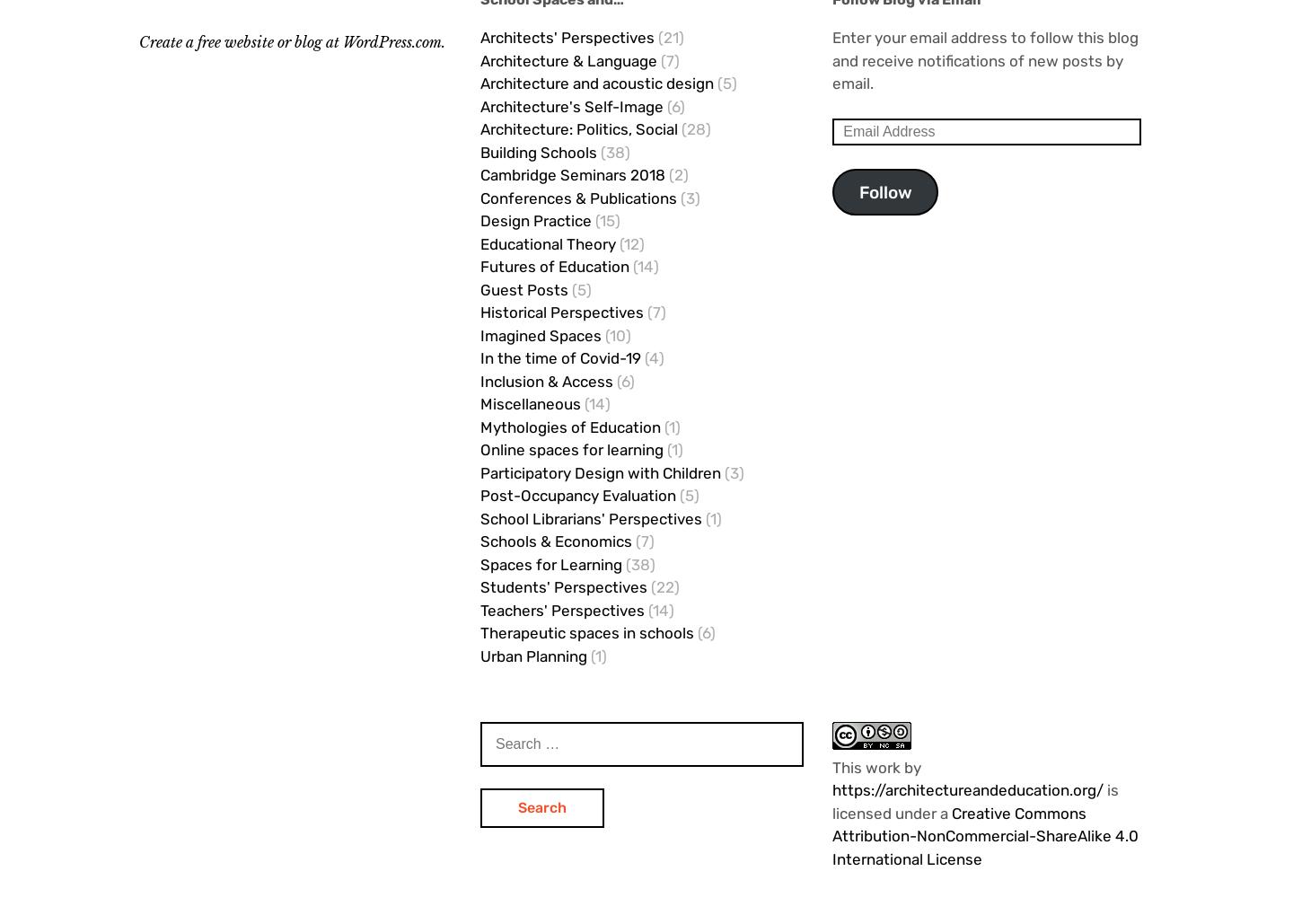  Describe the element at coordinates (831, 60) in the screenshot. I see `'Enter your email address to follow this blog and receive notifications of new posts by email.'` at that location.